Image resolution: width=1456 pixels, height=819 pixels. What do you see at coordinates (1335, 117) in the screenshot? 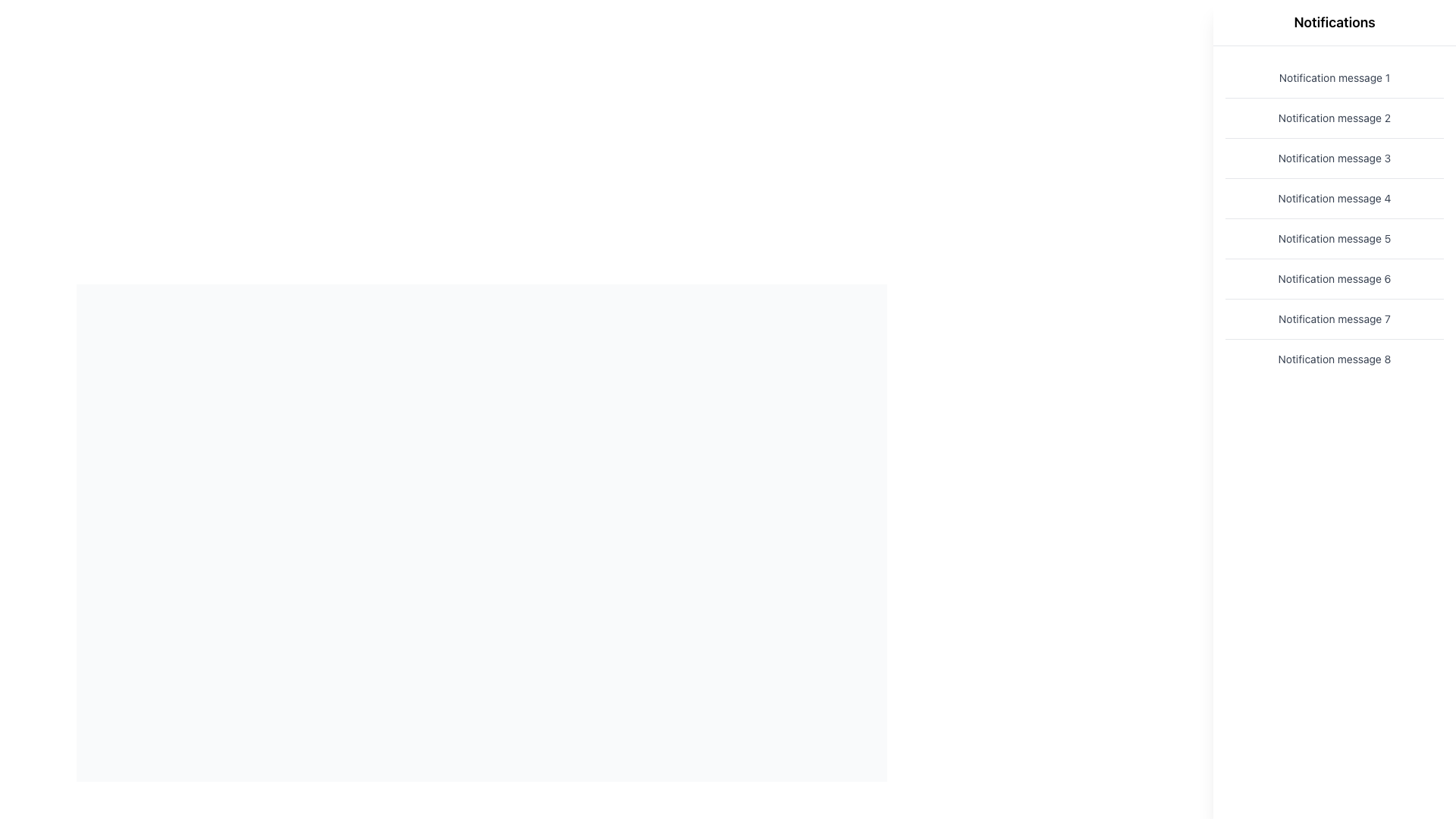
I see `the text label reading 'Notification message 2', which is the second item in a vertical list of notification messages` at bounding box center [1335, 117].